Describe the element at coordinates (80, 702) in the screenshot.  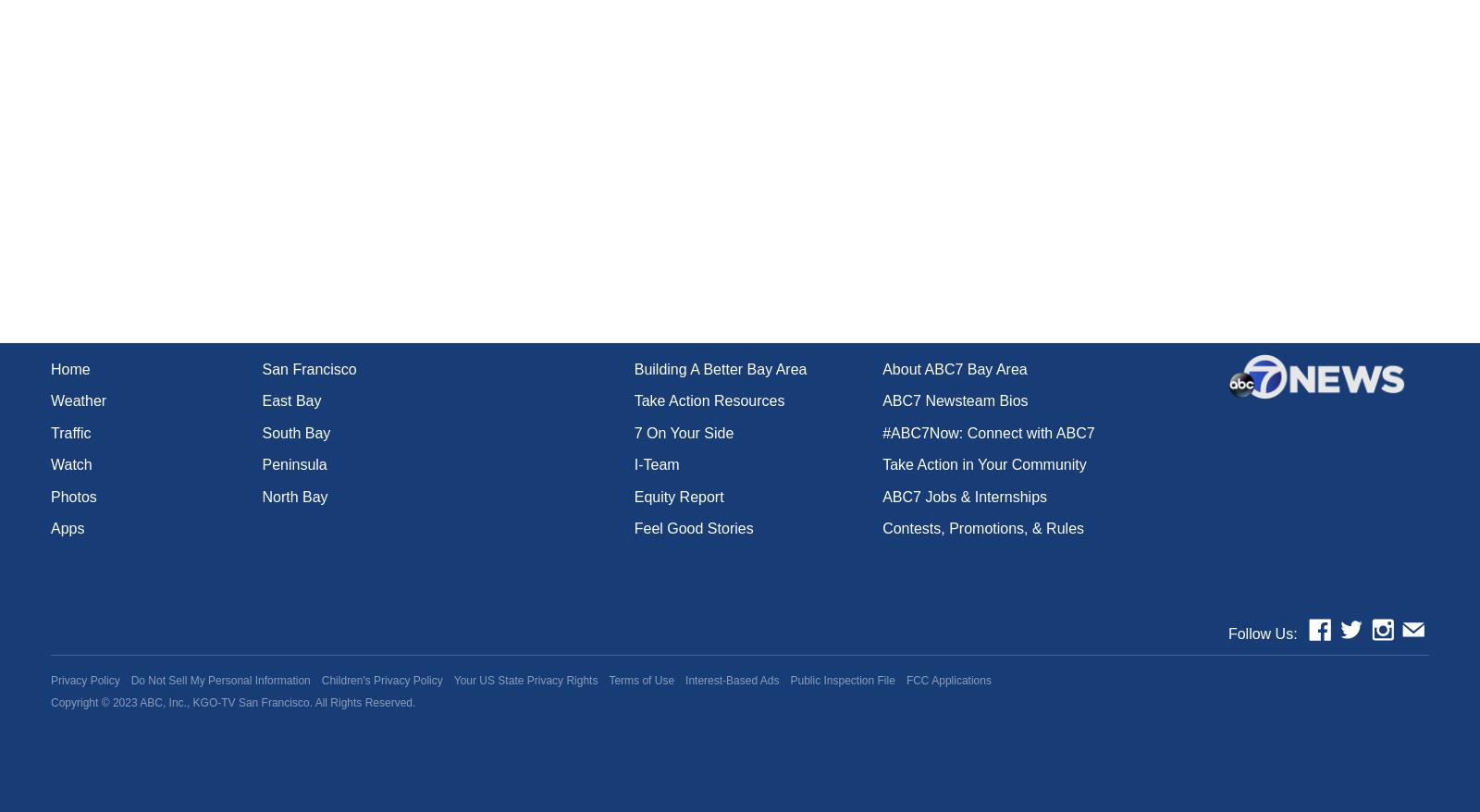
I see `'Copyright ©'` at that location.